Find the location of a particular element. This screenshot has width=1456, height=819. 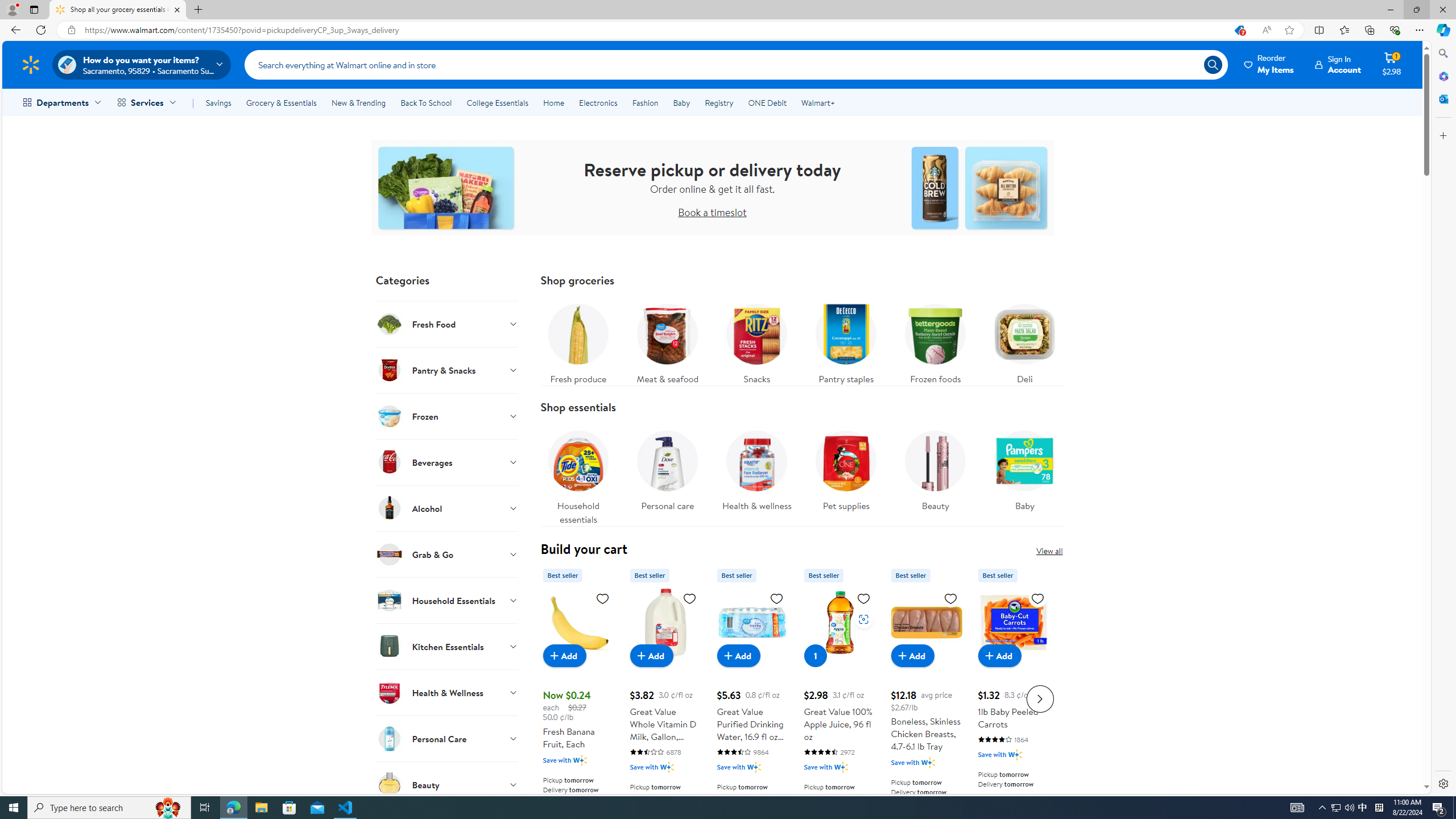

'Add to cart - Fresh Banana Fruit, Each' is located at coordinates (564, 655).